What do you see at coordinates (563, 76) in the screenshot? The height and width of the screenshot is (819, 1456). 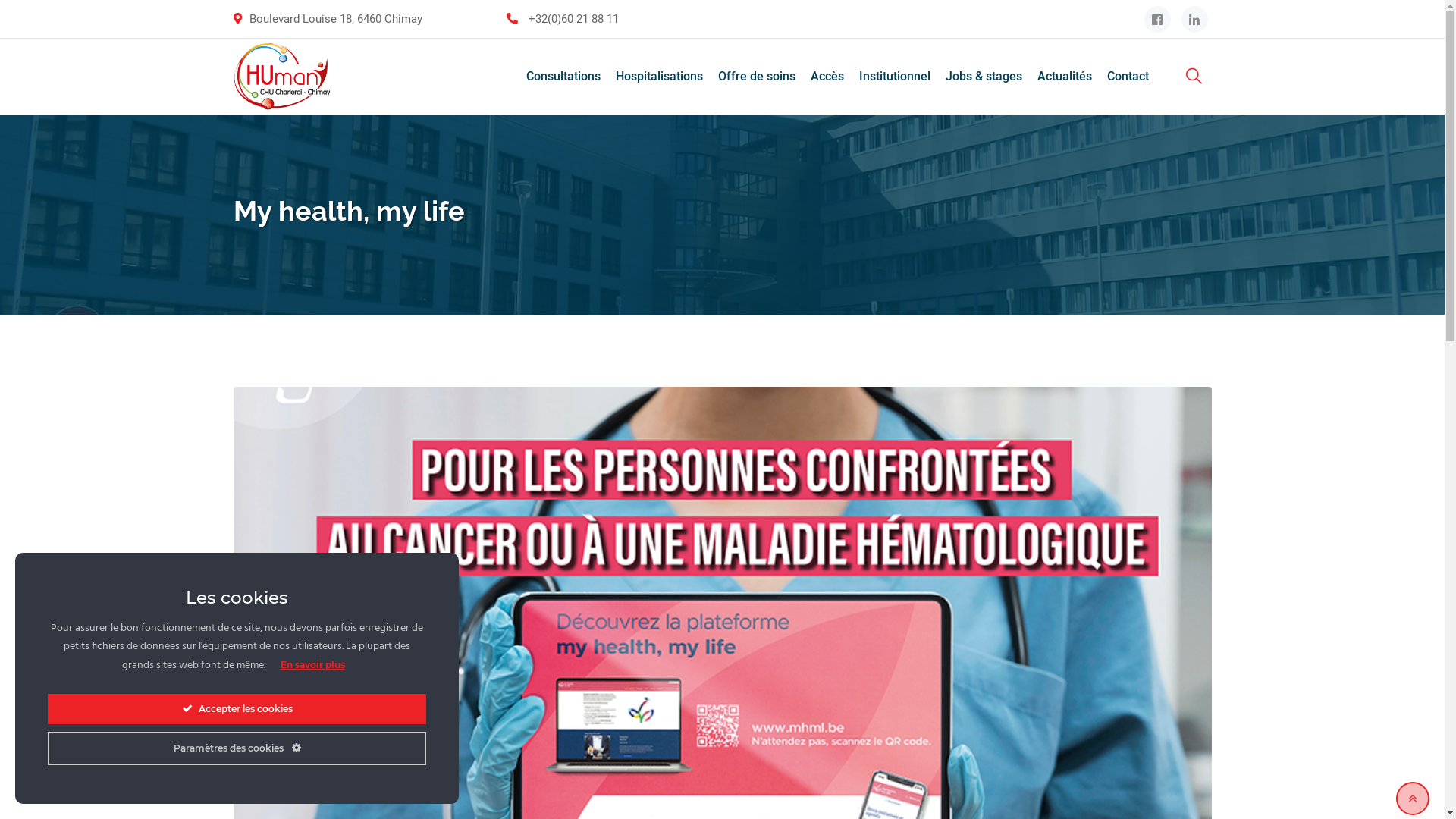 I see `'Consultations'` at bounding box center [563, 76].